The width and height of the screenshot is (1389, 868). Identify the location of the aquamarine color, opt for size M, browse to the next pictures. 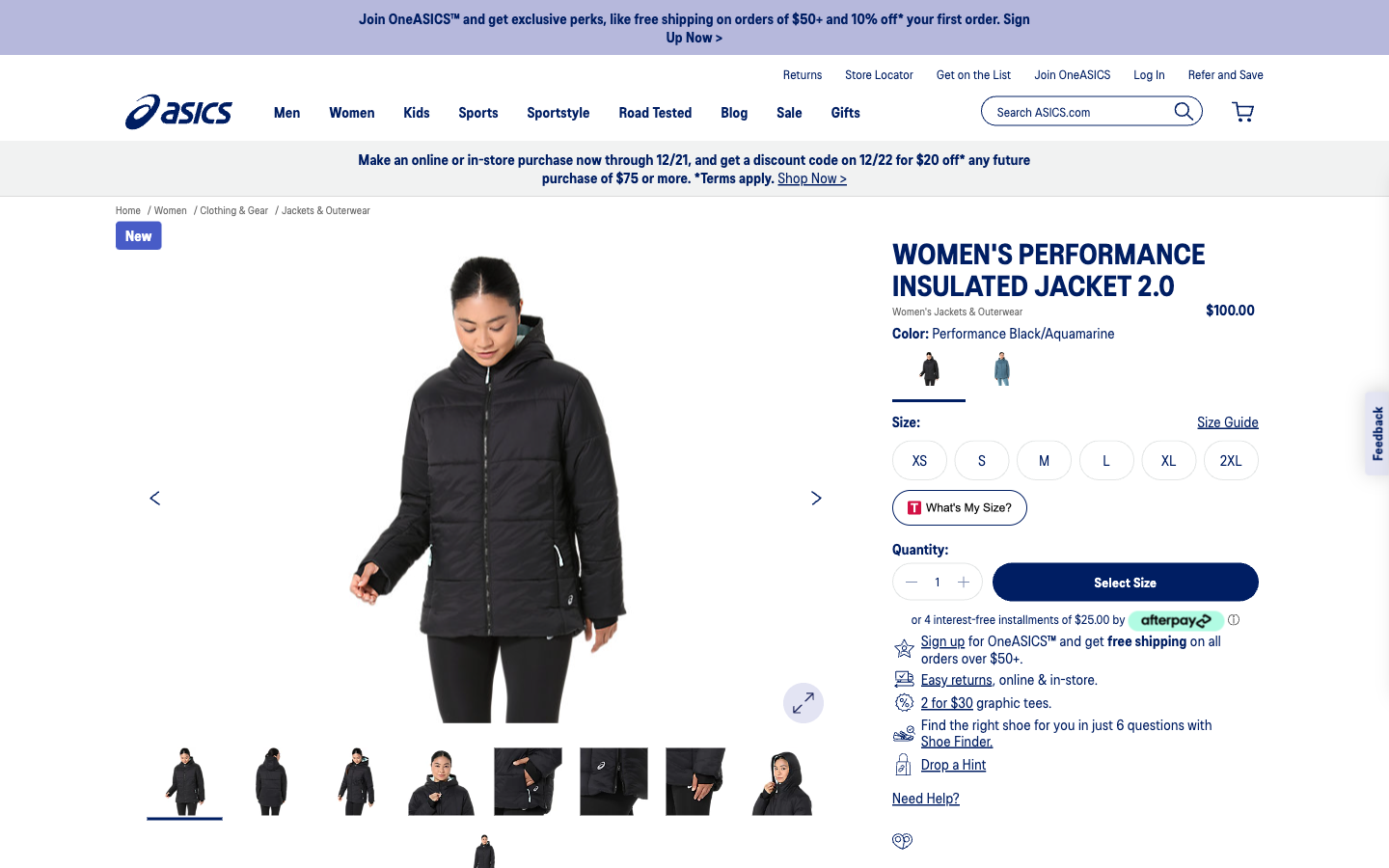
(1001, 372).